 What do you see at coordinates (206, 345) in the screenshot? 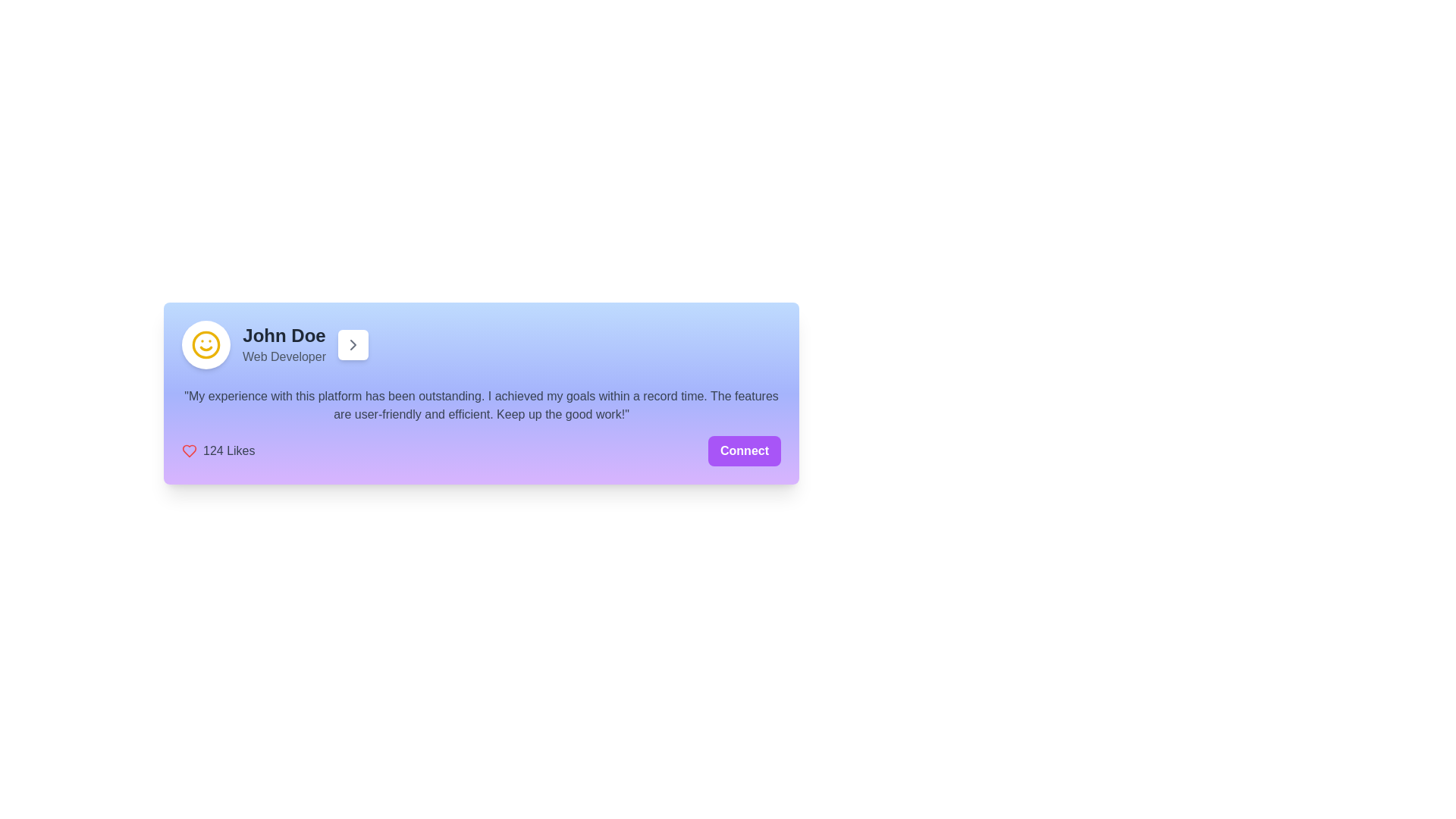
I see `the smiley icon representing user identity located at the center of the profile picture icon on the card component` at bounding box center [206, 345].